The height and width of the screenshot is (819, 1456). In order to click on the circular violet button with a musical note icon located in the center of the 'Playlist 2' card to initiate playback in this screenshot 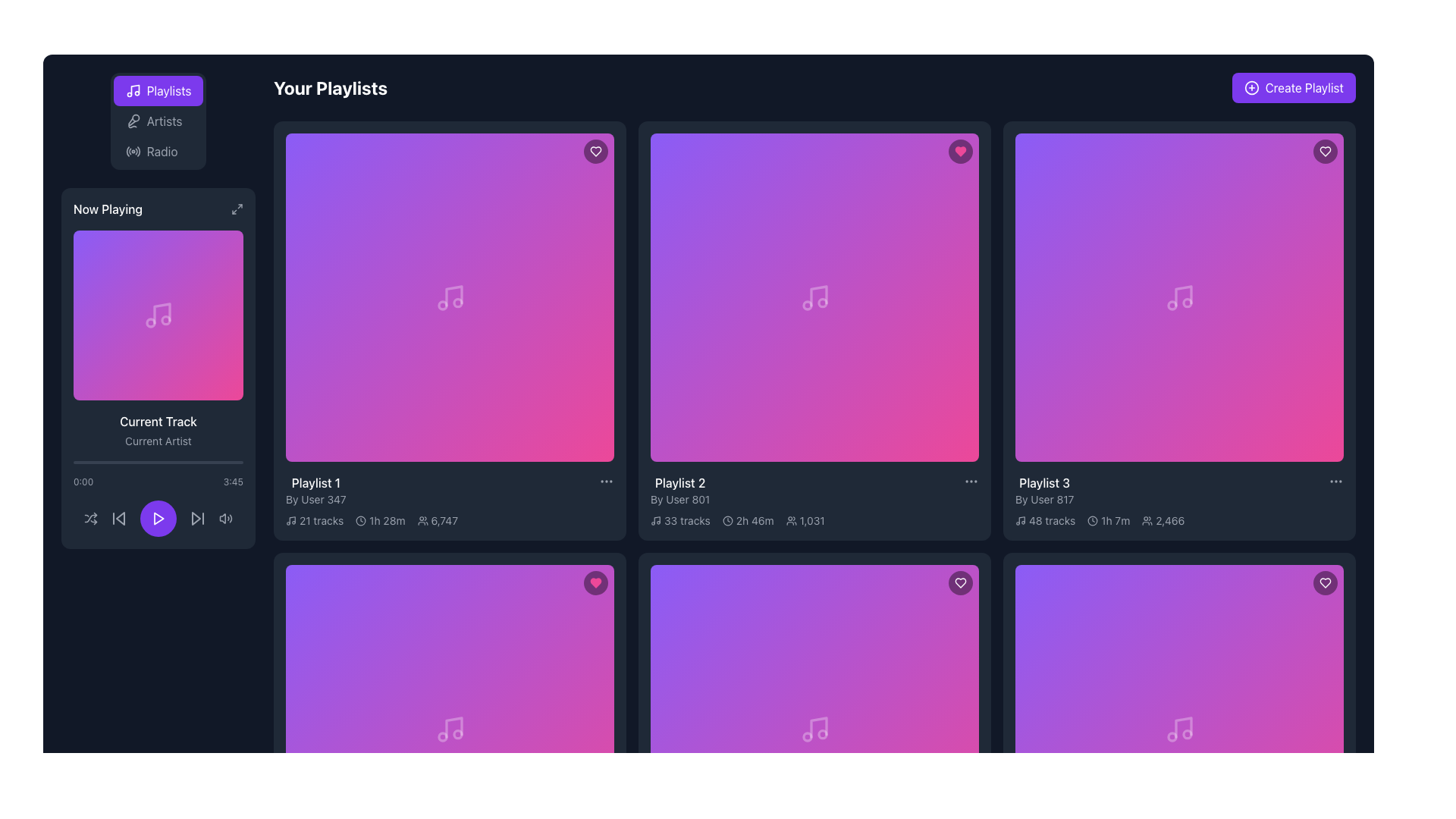, I will do `click(814, 297)`.